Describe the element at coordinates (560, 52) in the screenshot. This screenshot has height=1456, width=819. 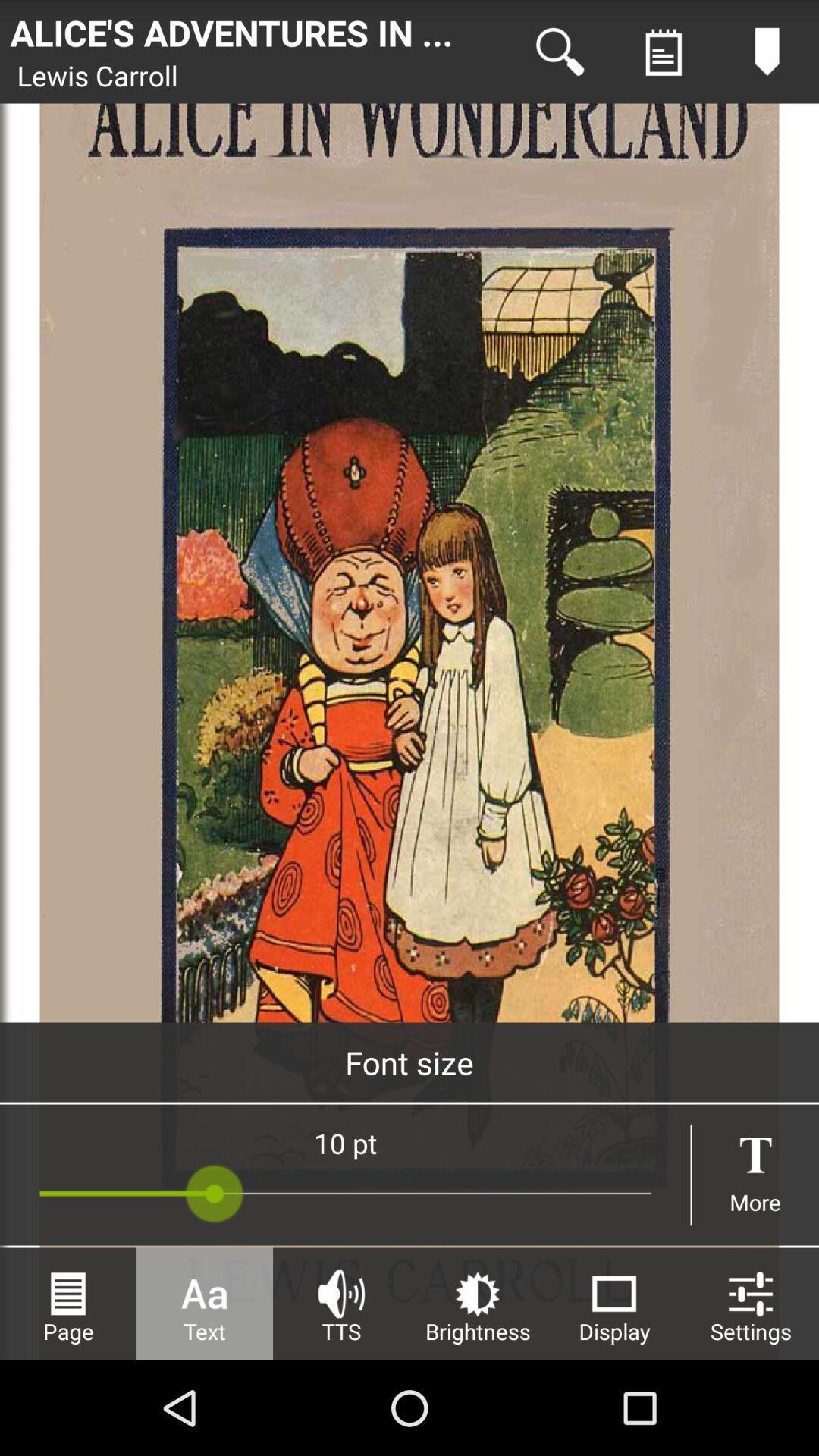
I see `search` at that location.